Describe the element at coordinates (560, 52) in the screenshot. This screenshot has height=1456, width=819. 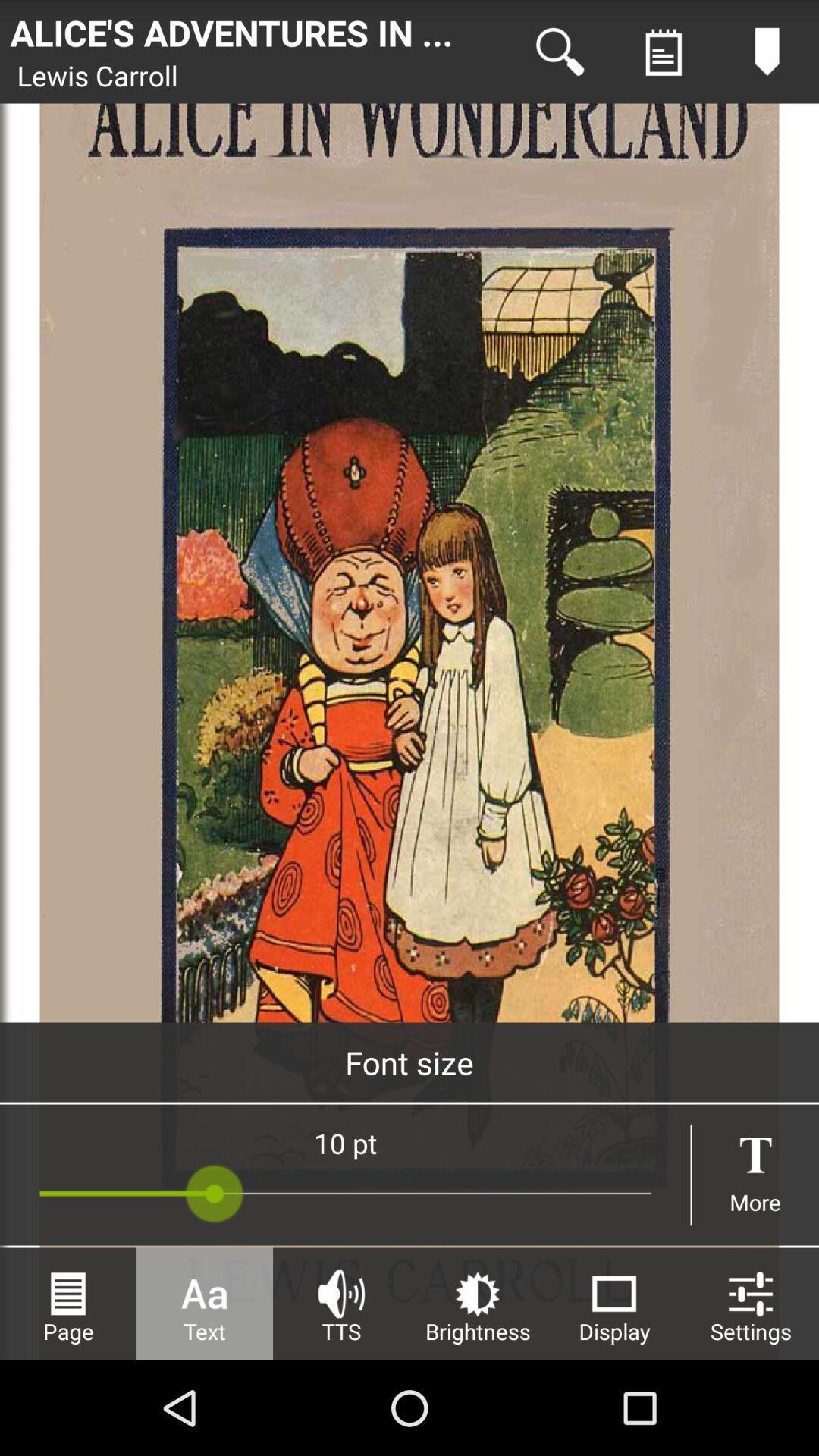
I see `search` at that location.